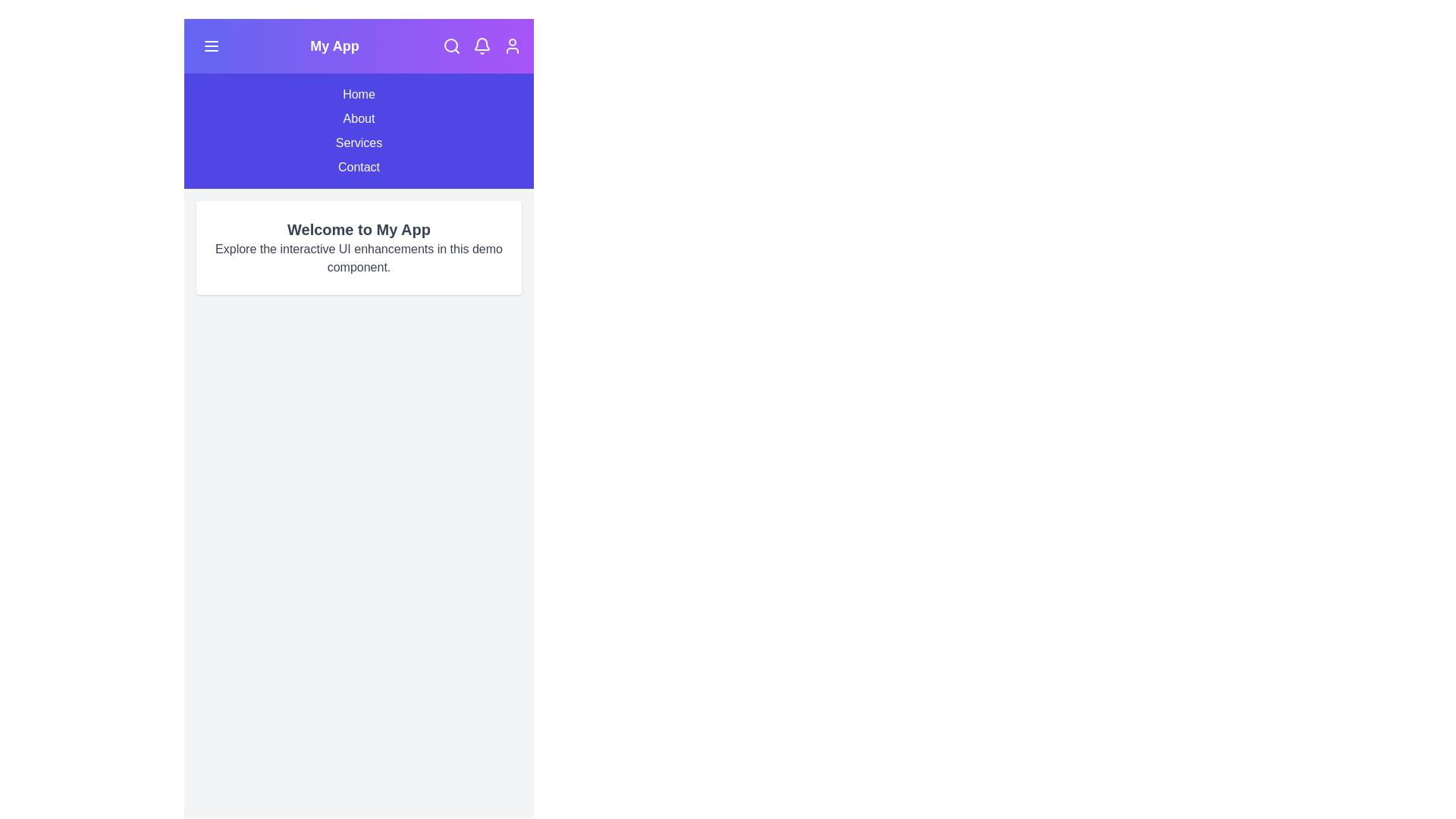 Image resolution: width=1456 pixels, height=819 pixels. Describe the element at coordinates (358, 143) in the screenshot. I see `the menu item Services from the navigation menu` at that location.